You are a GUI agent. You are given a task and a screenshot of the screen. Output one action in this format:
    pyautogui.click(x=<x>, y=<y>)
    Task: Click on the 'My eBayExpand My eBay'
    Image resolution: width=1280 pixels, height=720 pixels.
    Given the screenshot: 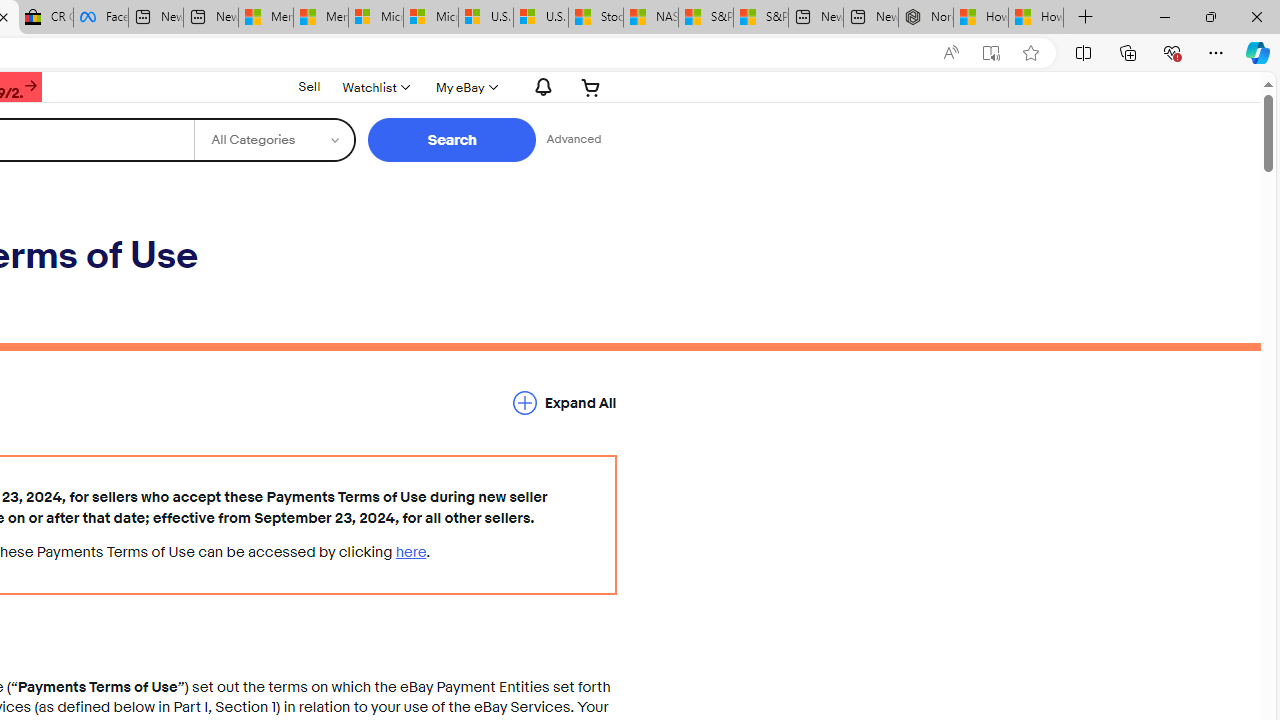 What is the action you would take?
    pyautogui.click(x=464, y=86)
    